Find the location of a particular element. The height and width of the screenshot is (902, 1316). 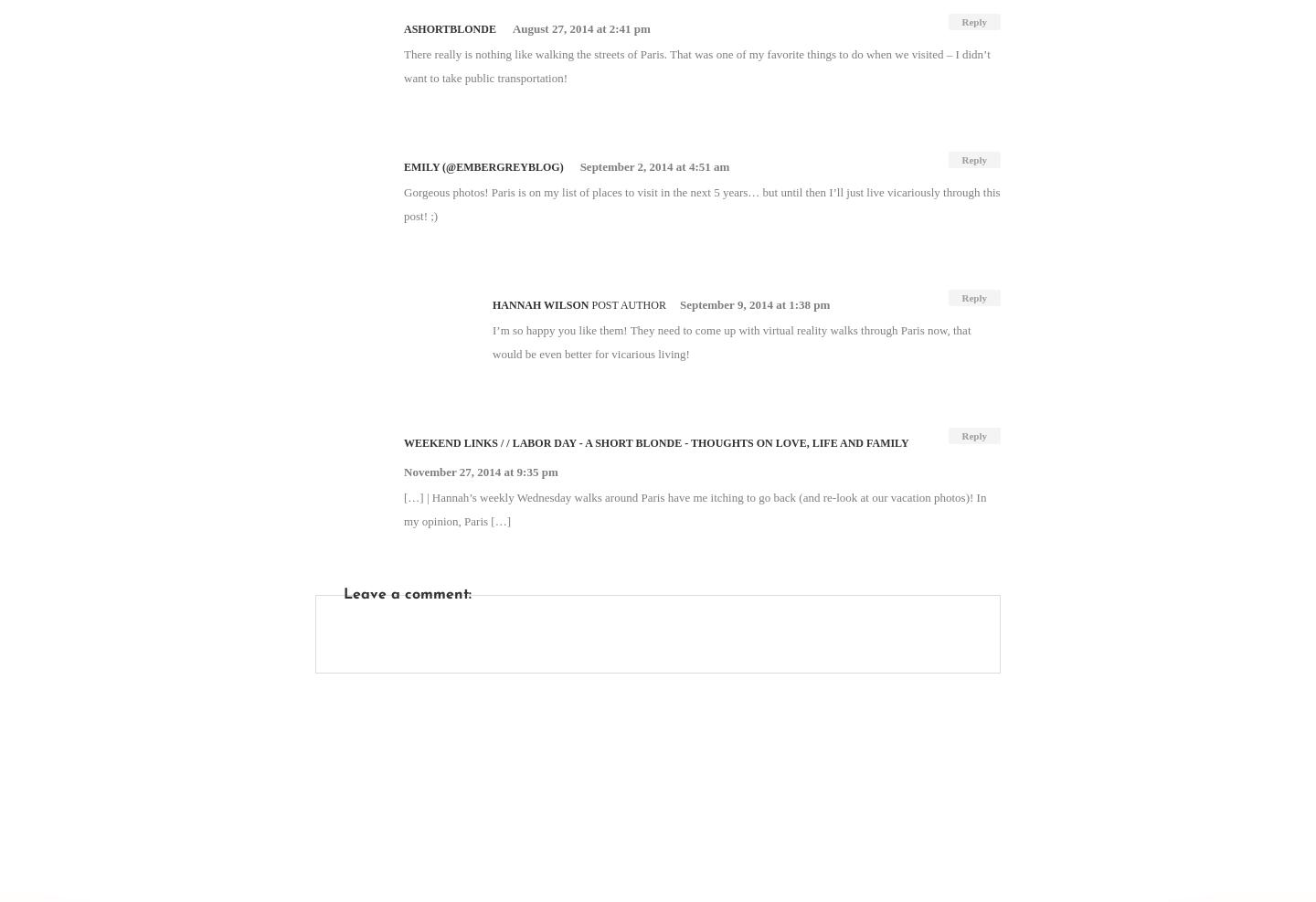

'I’m so happy you like them!  They need to come up with virtual reality walks through Paris now, that would be even better for vicarious living!' is located at coordinates (491, 341).